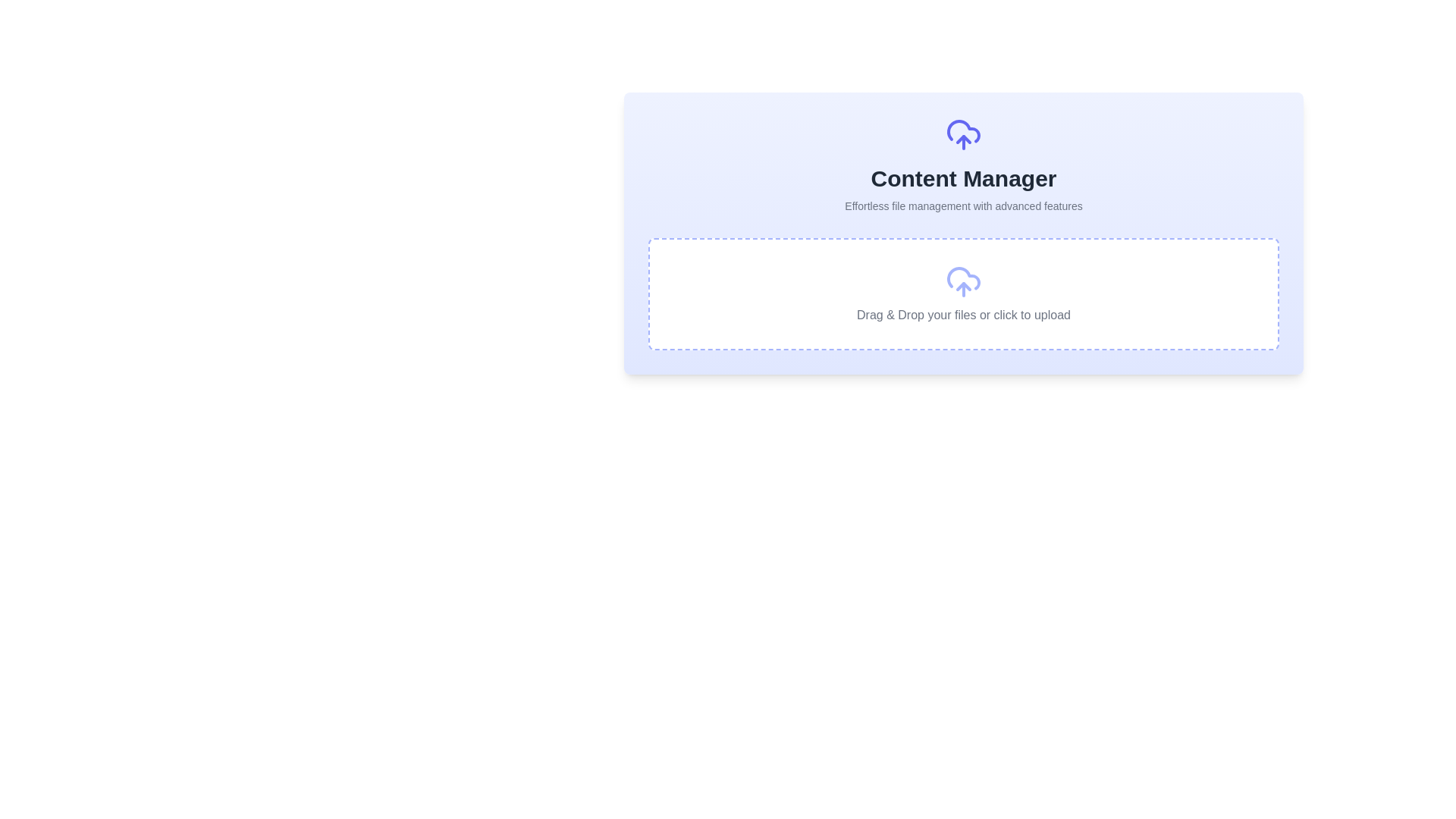  I want to click on the cloud-shaped icon with an upward arrow, which is located within the dashed-bordered upload box, positioned centrally above the prompt text 'Drag & Drop your files or click to upload', so click(963, 281).